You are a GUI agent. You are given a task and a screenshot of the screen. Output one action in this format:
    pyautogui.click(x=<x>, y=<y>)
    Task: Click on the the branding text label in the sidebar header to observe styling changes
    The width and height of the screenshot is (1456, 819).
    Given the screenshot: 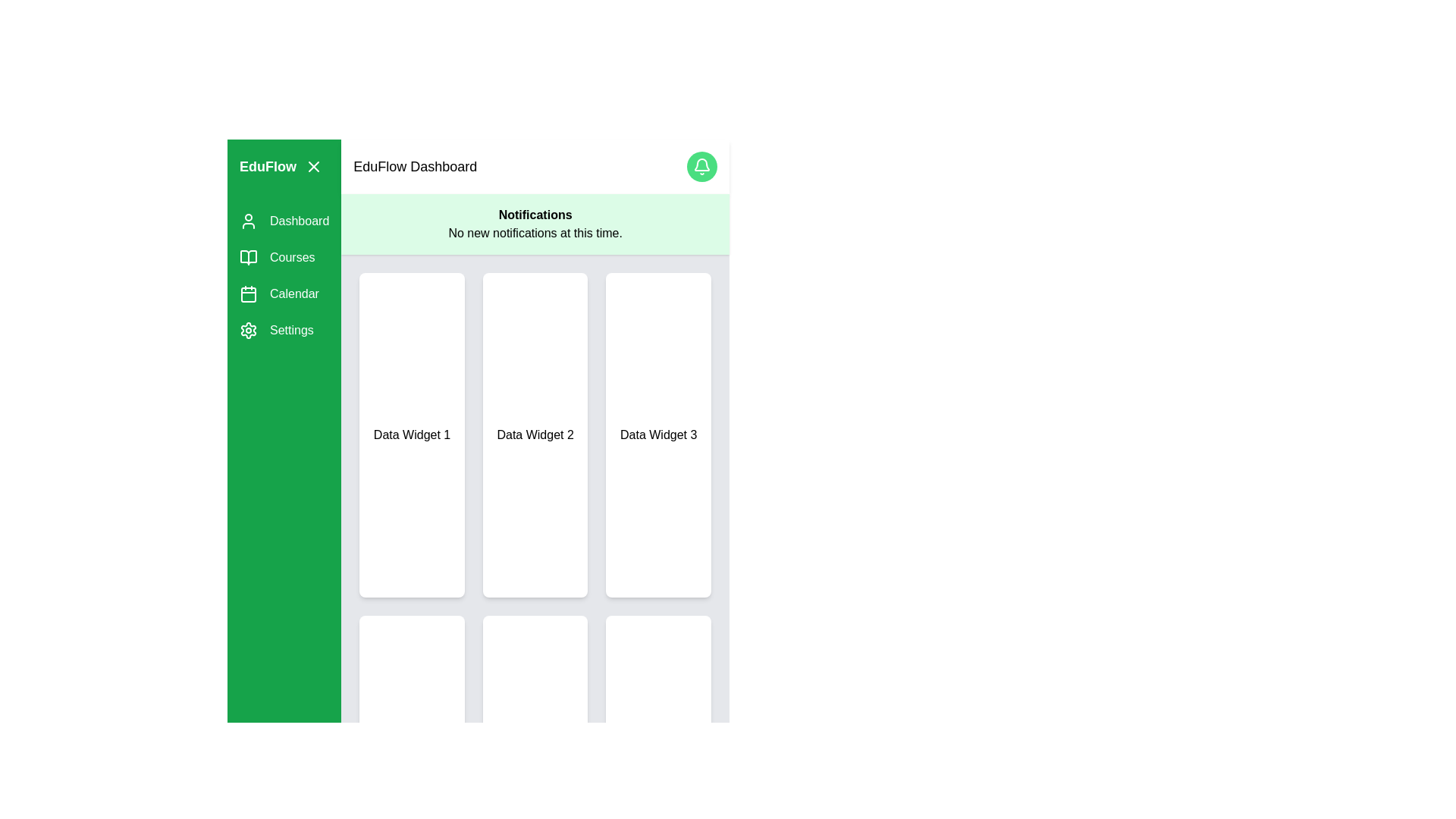 What is the action you would take?
    pyautogui.click(x=268, y=166)
    